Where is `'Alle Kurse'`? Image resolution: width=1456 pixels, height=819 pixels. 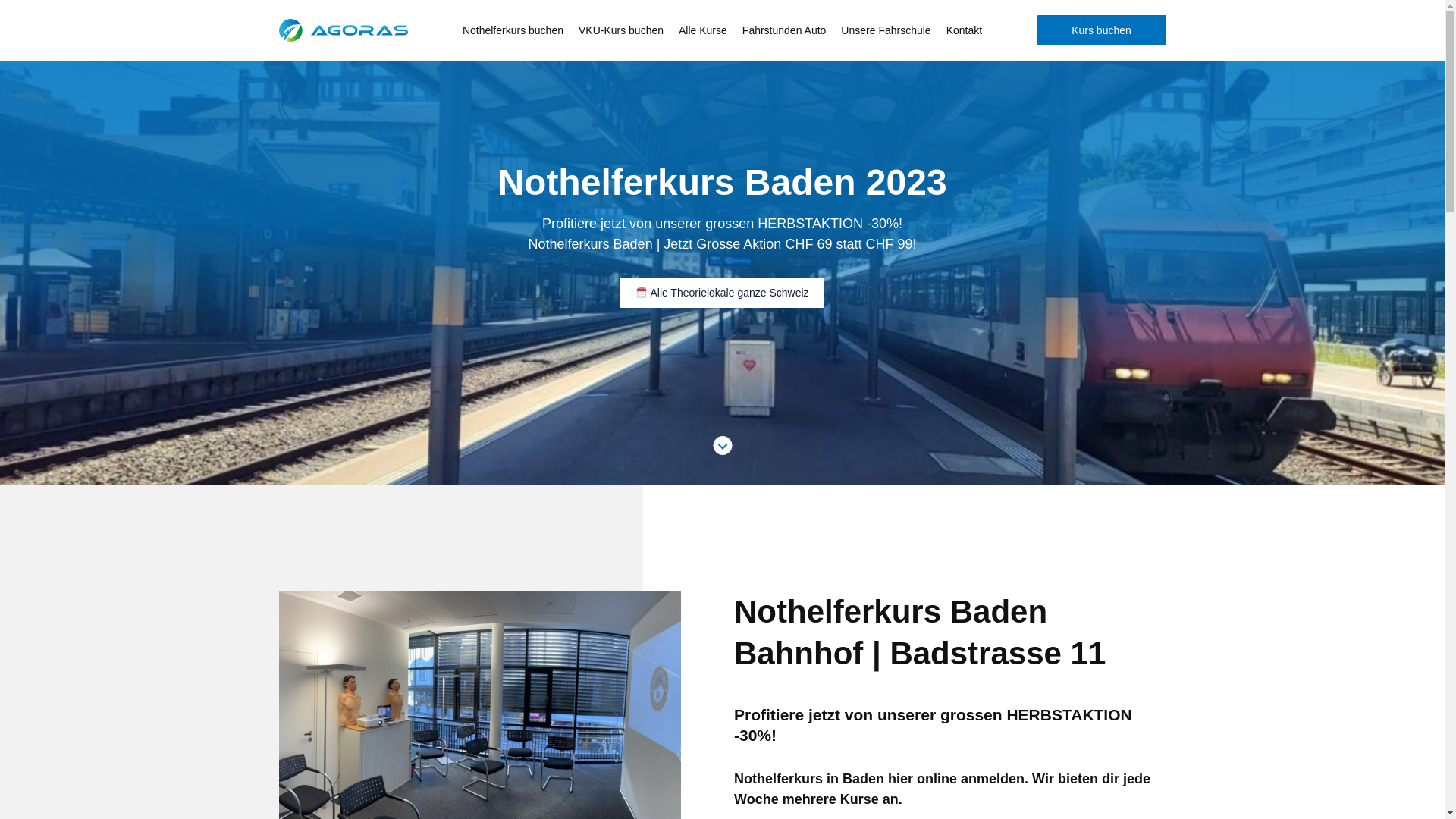
'Alle Kurse' is located at coordinates (701, 30).